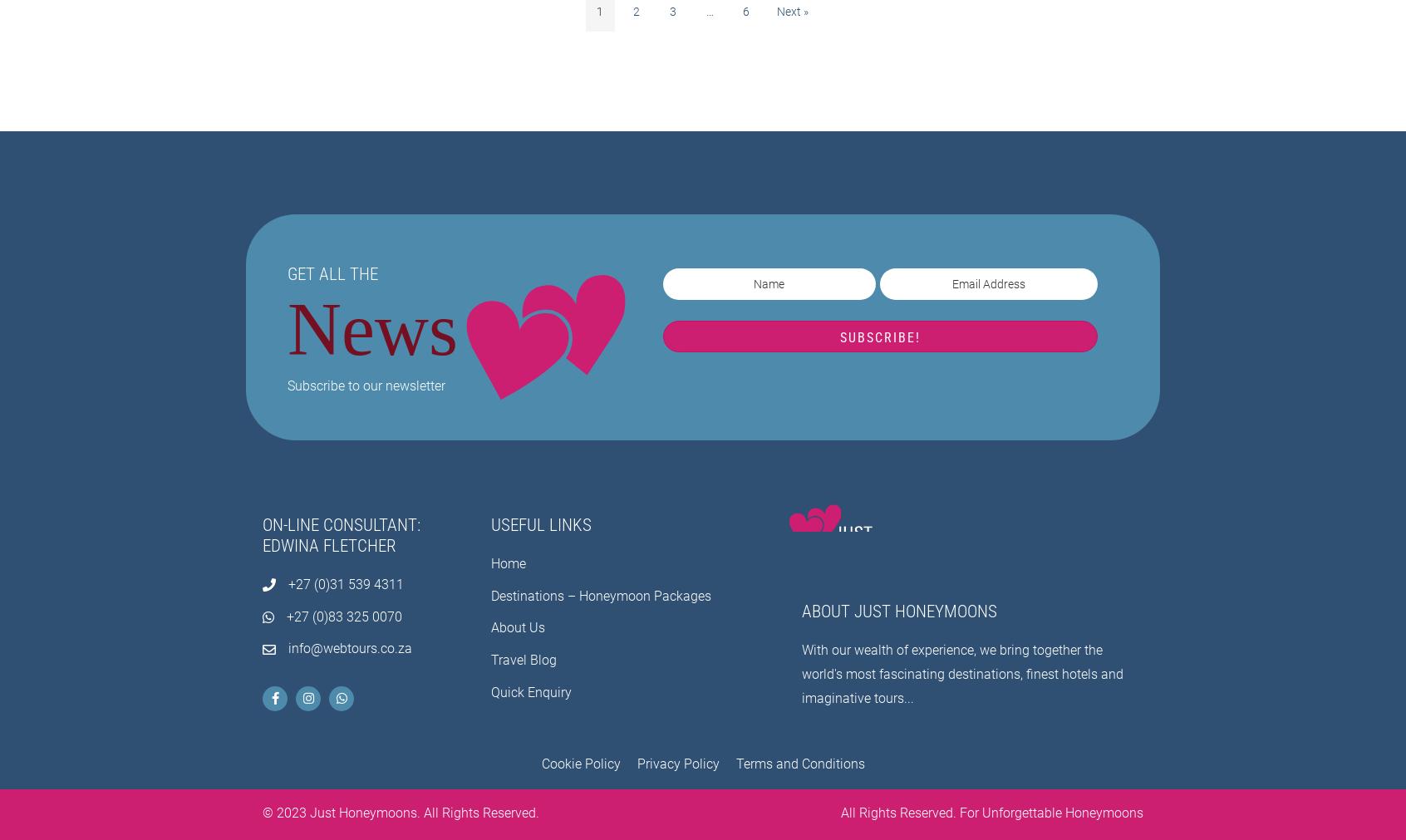  Describe the element at coordinates (677, 763) in the screenshot. I see `'Privacy Policy'` at that location.